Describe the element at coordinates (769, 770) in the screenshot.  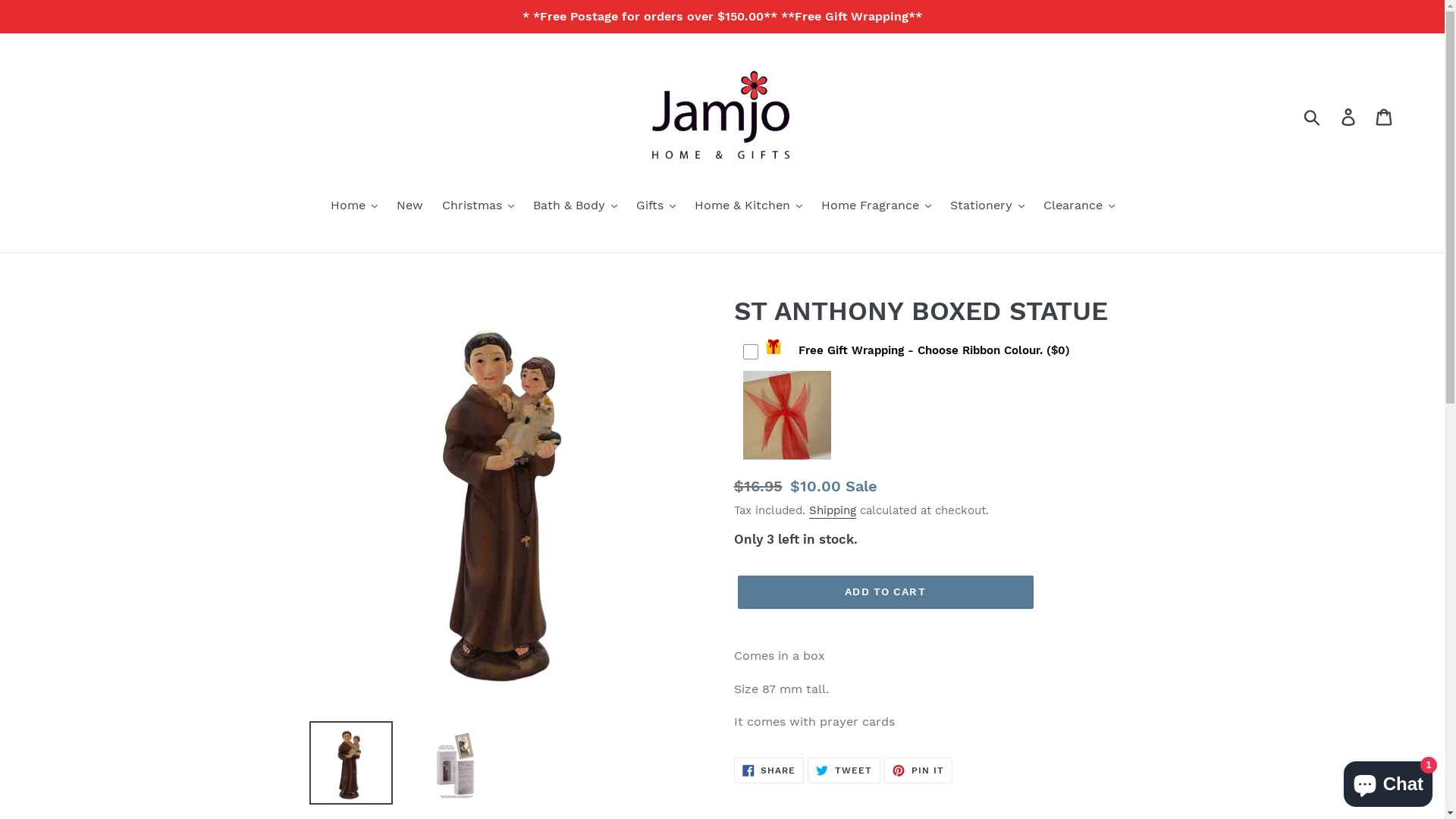
I see `'SHARE` at that location.